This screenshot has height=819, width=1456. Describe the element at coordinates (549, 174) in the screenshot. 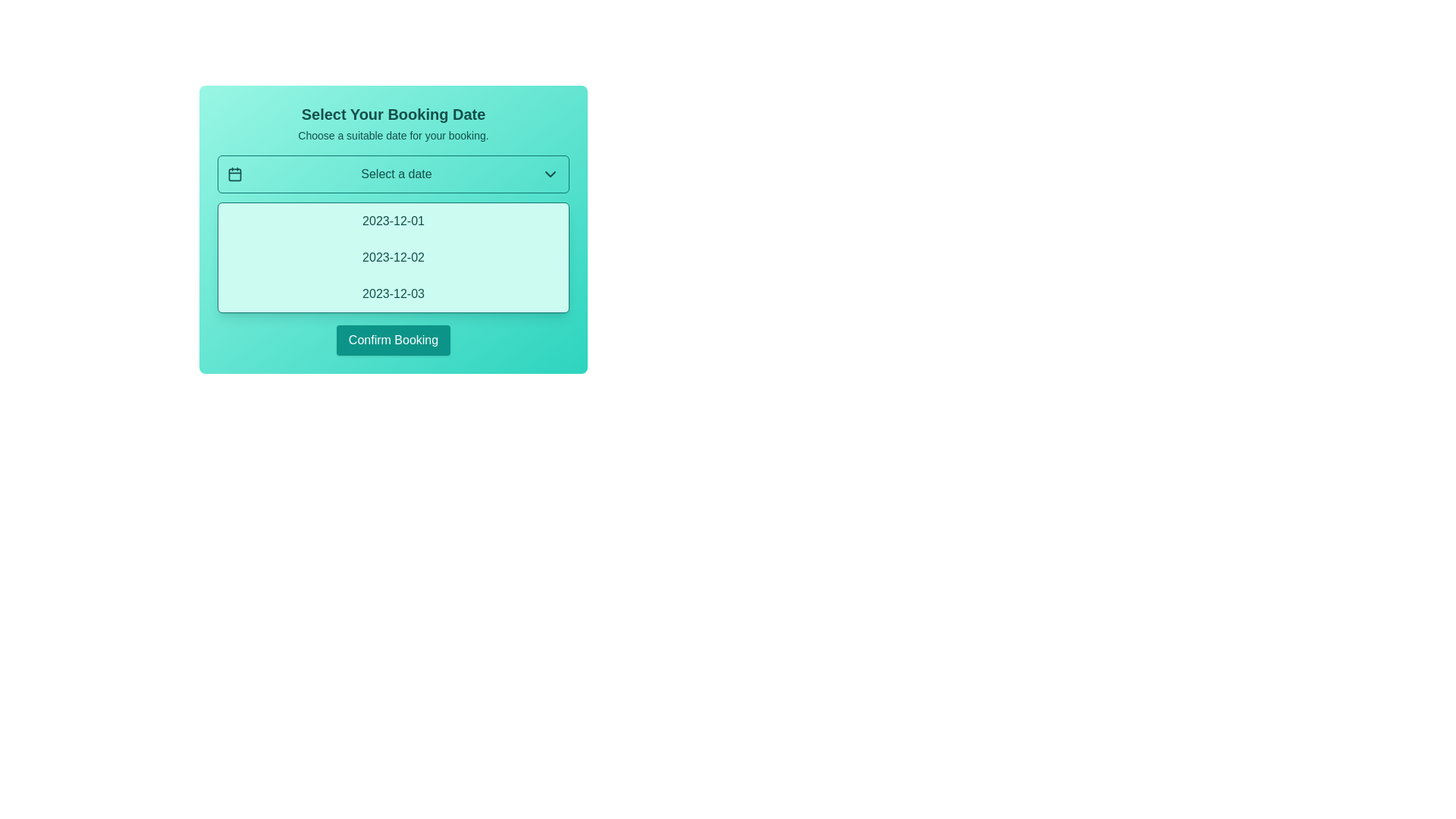

I see `the teal downward-facing chevron icon located on the right side of the date selection dropdown` at that location.